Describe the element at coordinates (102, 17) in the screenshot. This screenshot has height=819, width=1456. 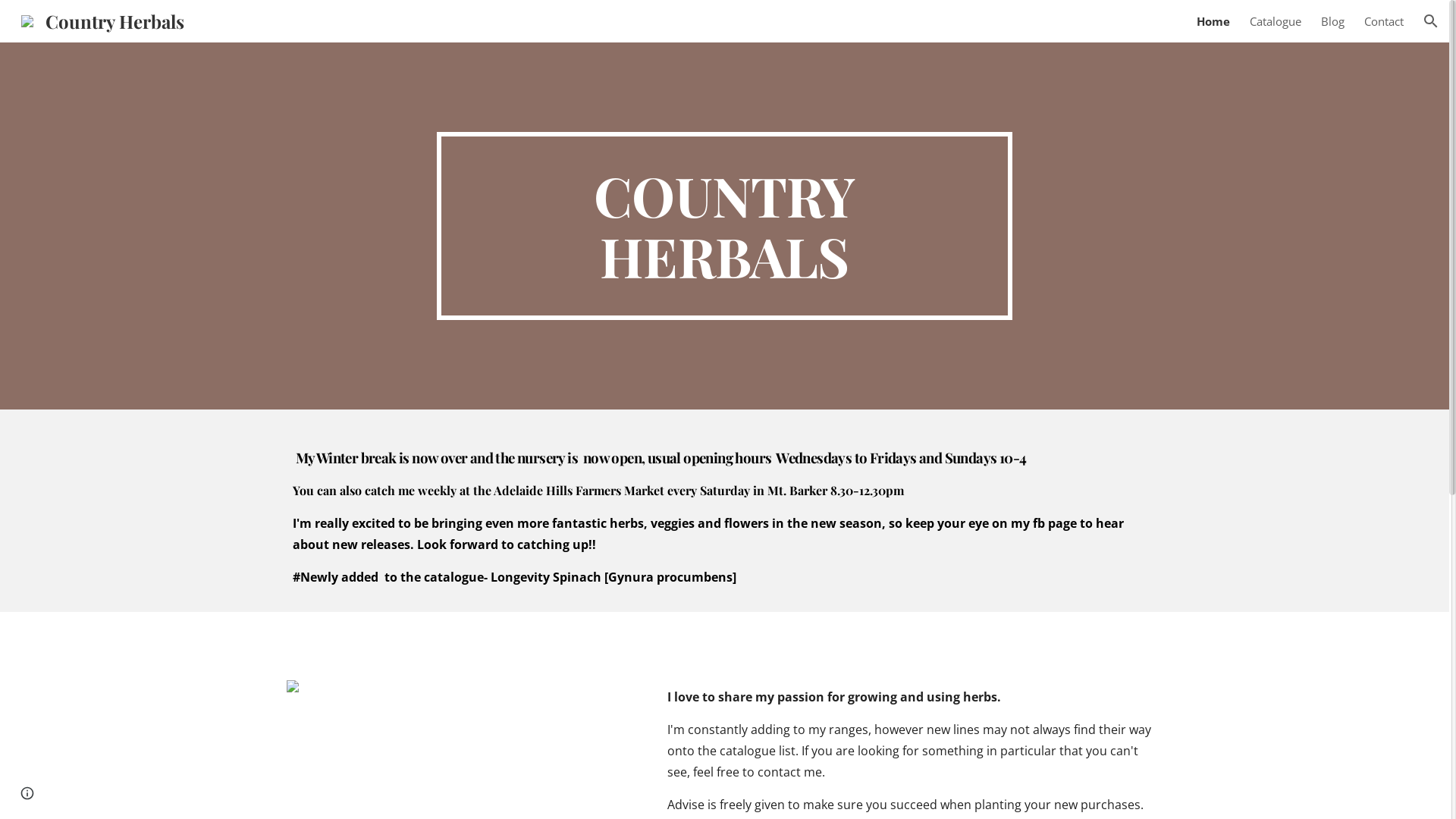
I see `'Country Herbals'` at that location.